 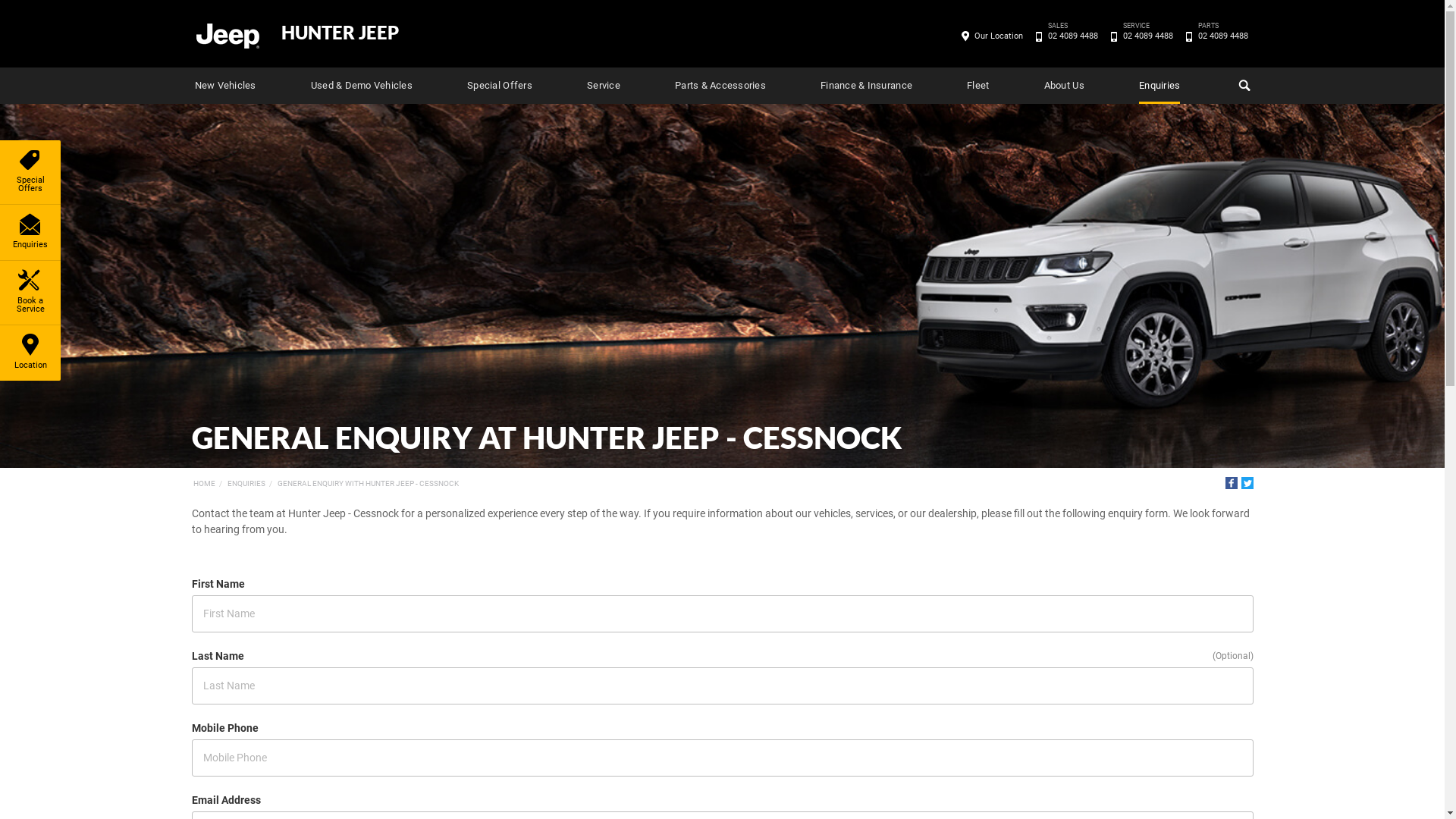 I want to click on 'Enquiries', so click(x=30, y=232).